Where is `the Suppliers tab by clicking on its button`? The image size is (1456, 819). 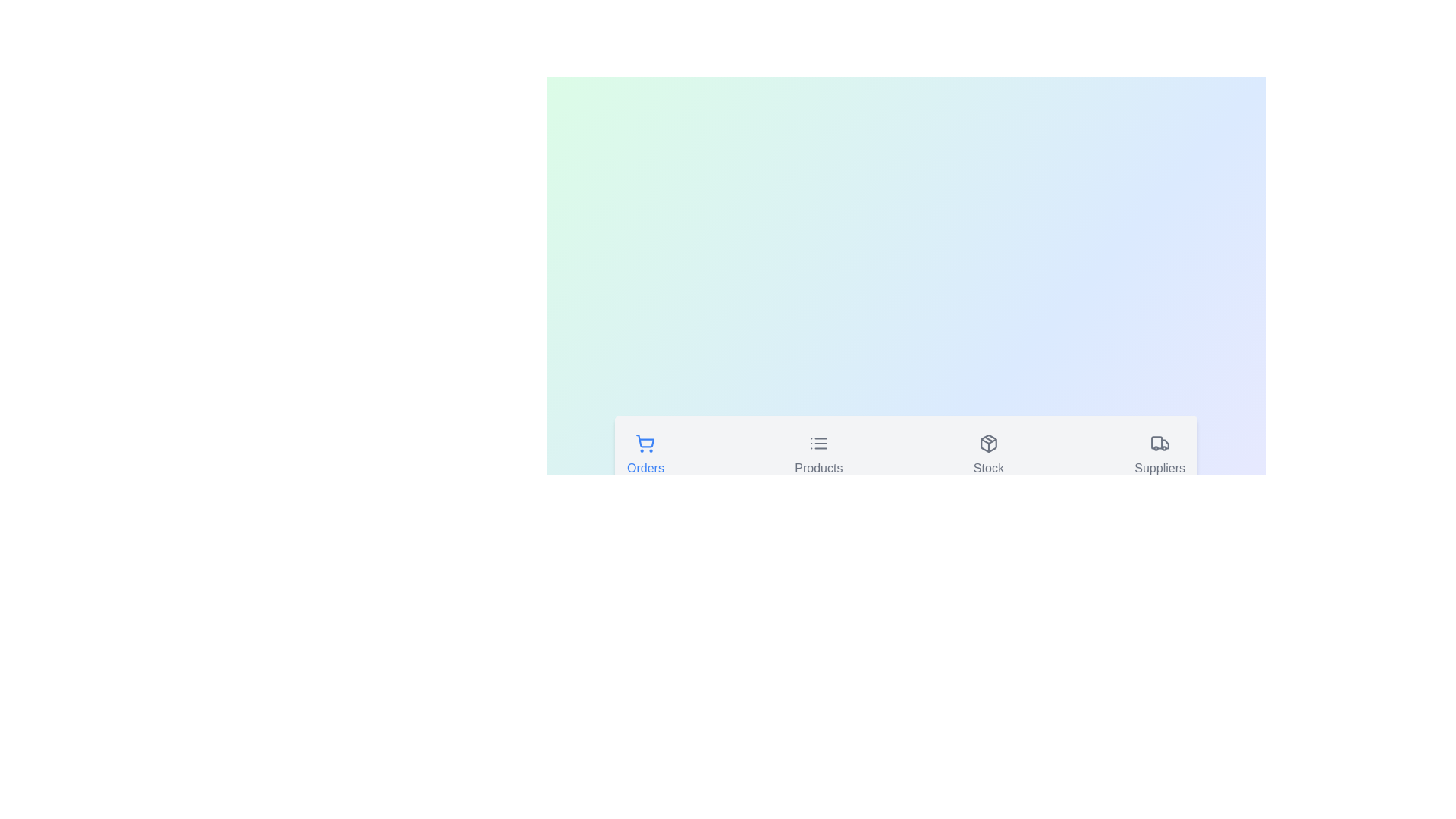
the Suppliers tab by clicking on its button is located at coordinates (1159, 456).